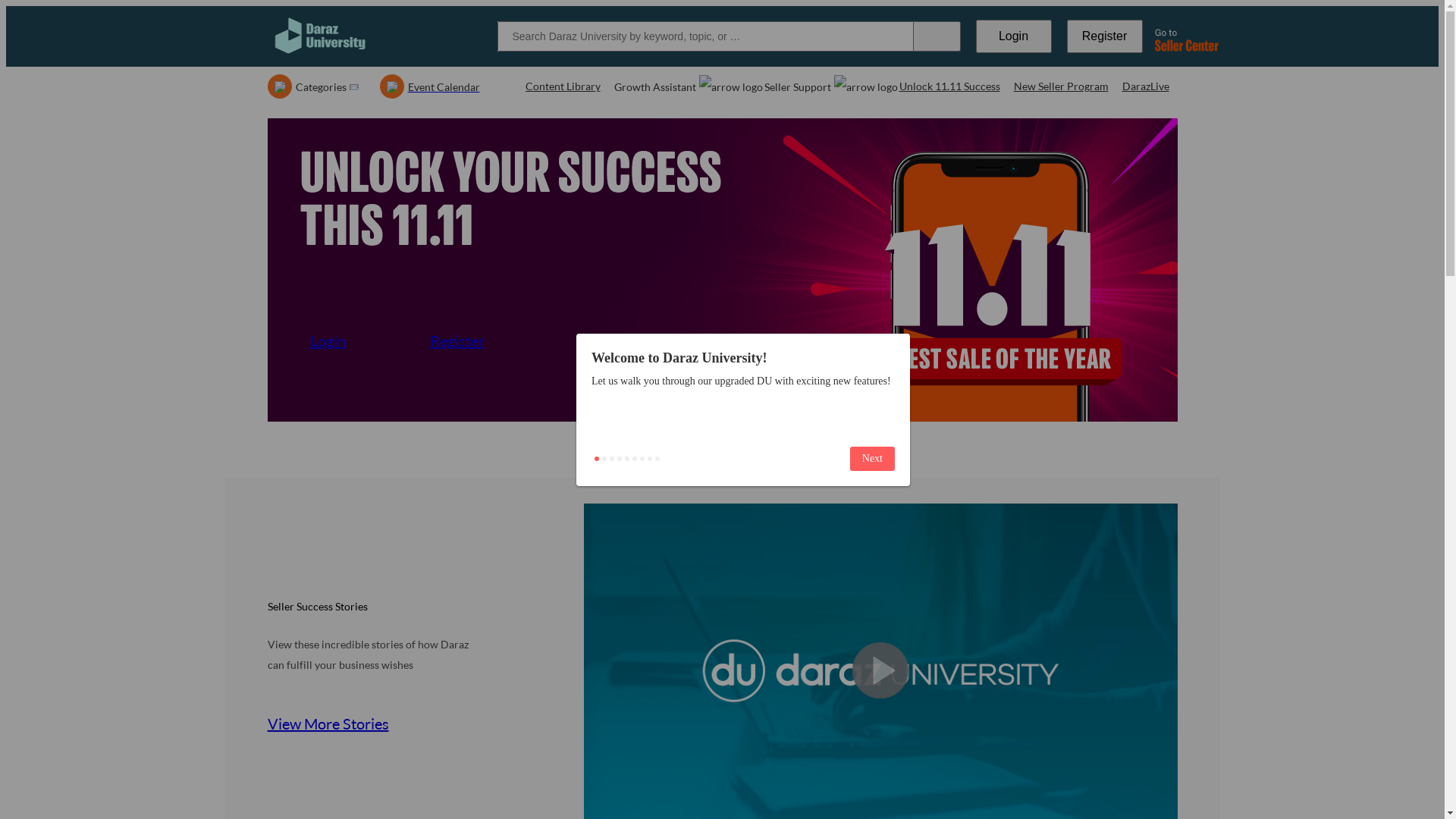 Image resolution: width=1456 pixels, height=819 pixels. I want to click on 'Seller Support', so click(764, 86).